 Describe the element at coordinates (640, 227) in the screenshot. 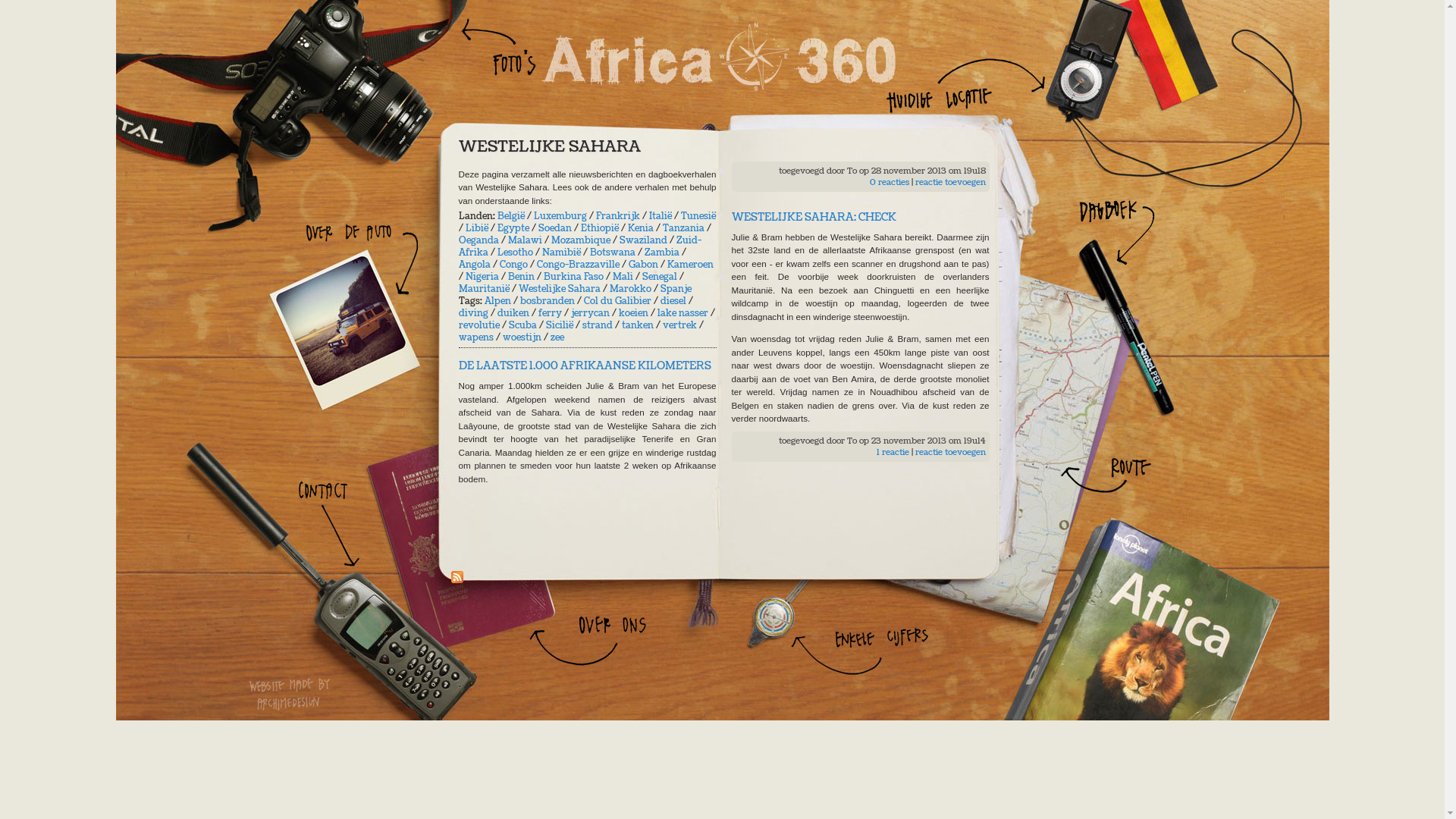

I see `'Kenia'` at that location.